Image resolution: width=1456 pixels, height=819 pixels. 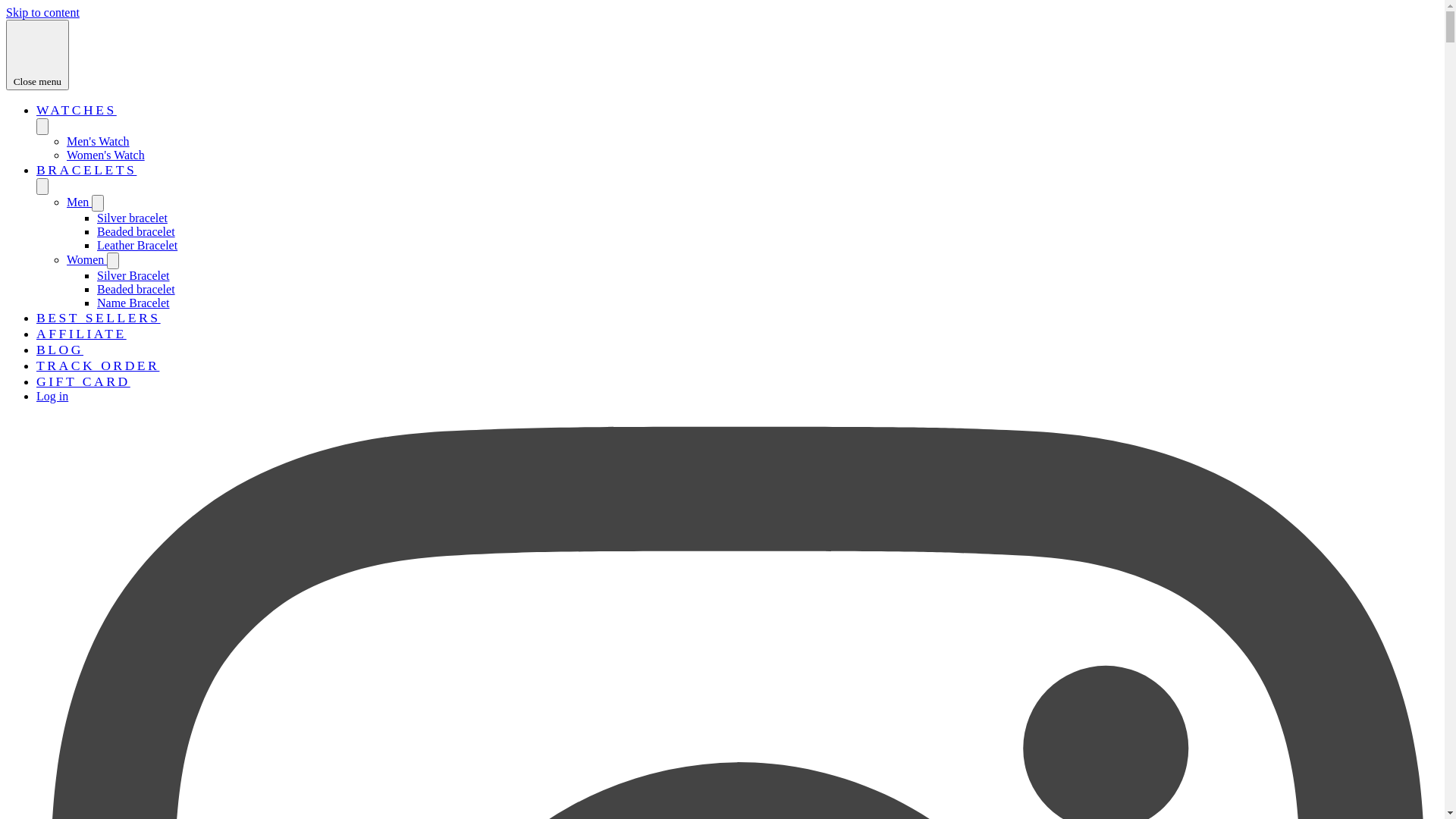 What do you see at coordinates (132, 218) in the screenshot?
I see `'Silver bracelet'` at bounding box center [132, 218].